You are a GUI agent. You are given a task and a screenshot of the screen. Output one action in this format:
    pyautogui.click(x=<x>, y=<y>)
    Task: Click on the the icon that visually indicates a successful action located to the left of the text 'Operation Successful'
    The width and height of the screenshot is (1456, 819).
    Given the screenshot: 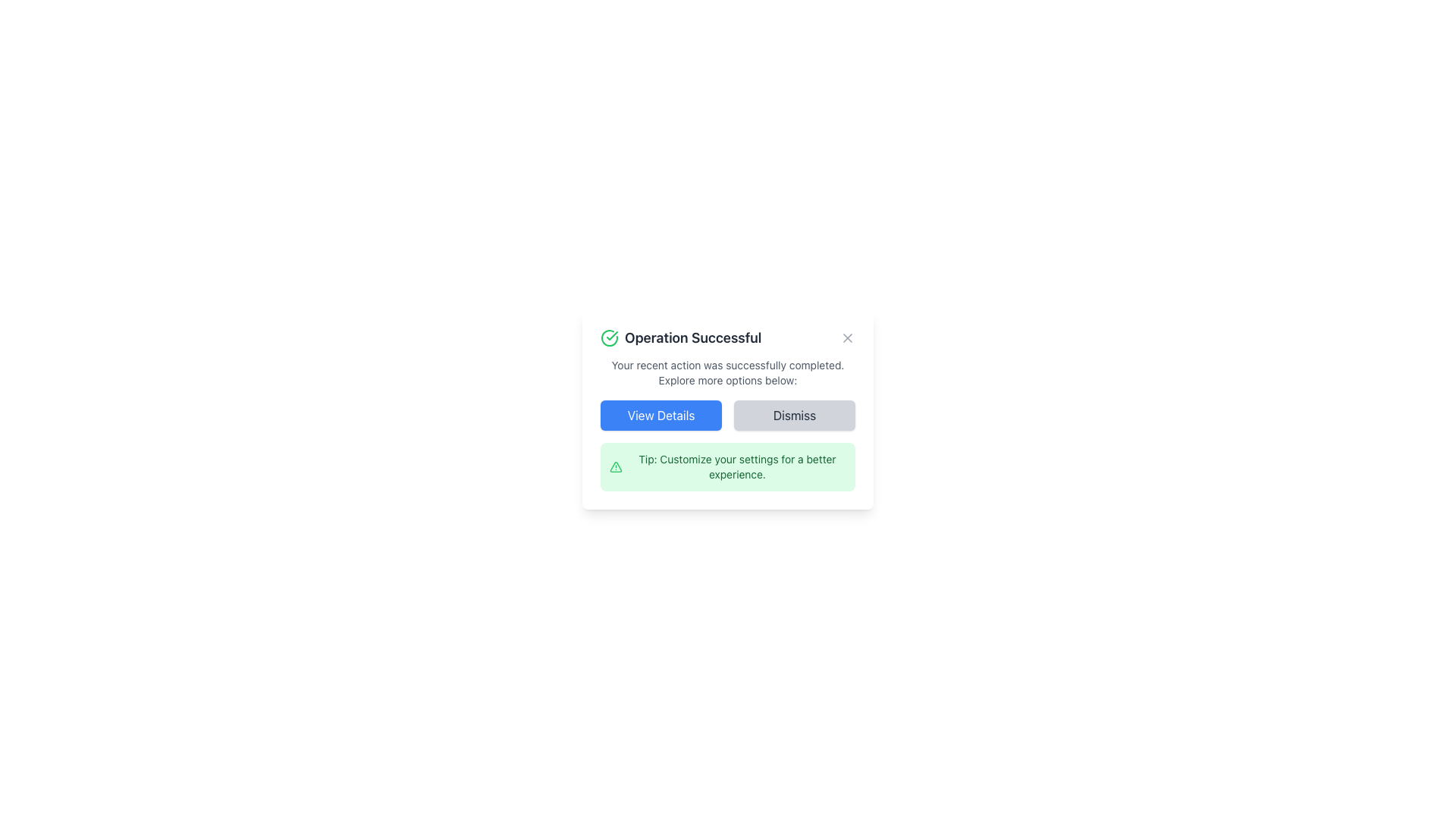 What is the action you would take?
    pyautogui.click(x=610, y=337)
    